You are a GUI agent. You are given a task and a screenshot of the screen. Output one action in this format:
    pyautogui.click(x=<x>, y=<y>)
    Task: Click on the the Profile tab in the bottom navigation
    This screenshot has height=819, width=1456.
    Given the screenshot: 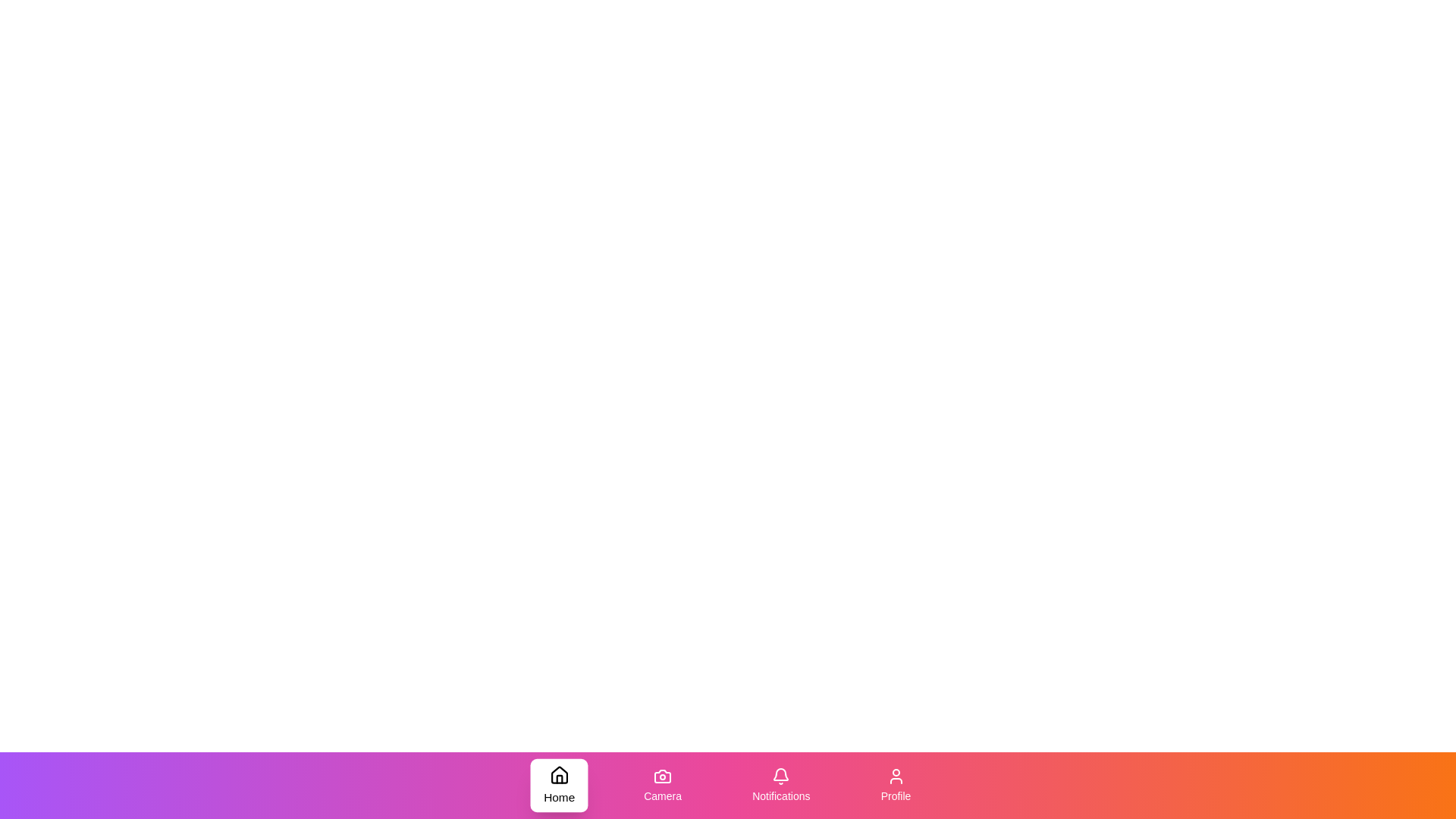 What is the action you would take?
    pyautogui.click(x=896, y=785)
    